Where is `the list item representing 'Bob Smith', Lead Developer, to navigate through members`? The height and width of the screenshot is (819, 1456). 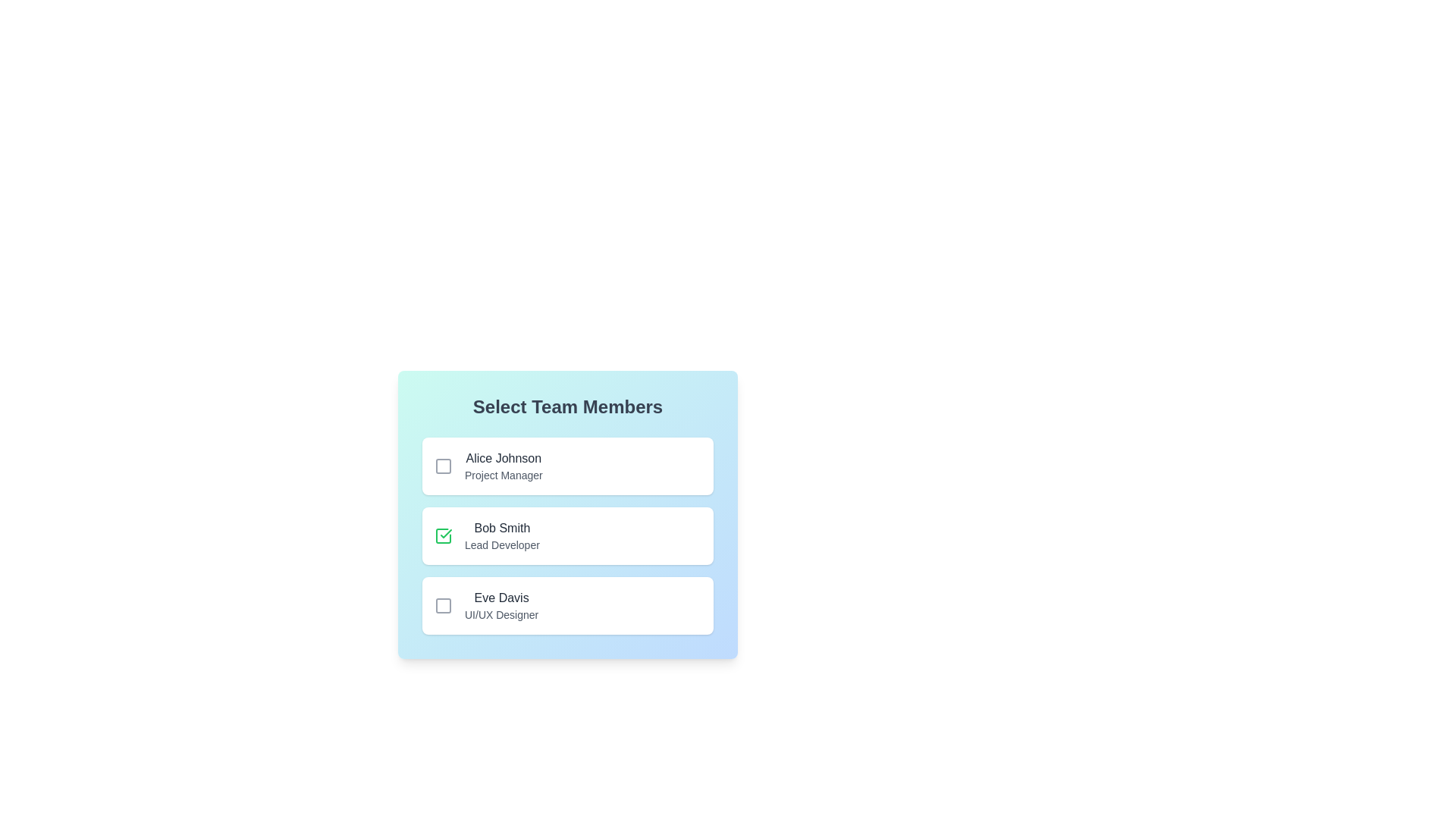 the list item representing 'Bob Smith', Lead Developer, to navigate through members is located at coordinates (566, 535).